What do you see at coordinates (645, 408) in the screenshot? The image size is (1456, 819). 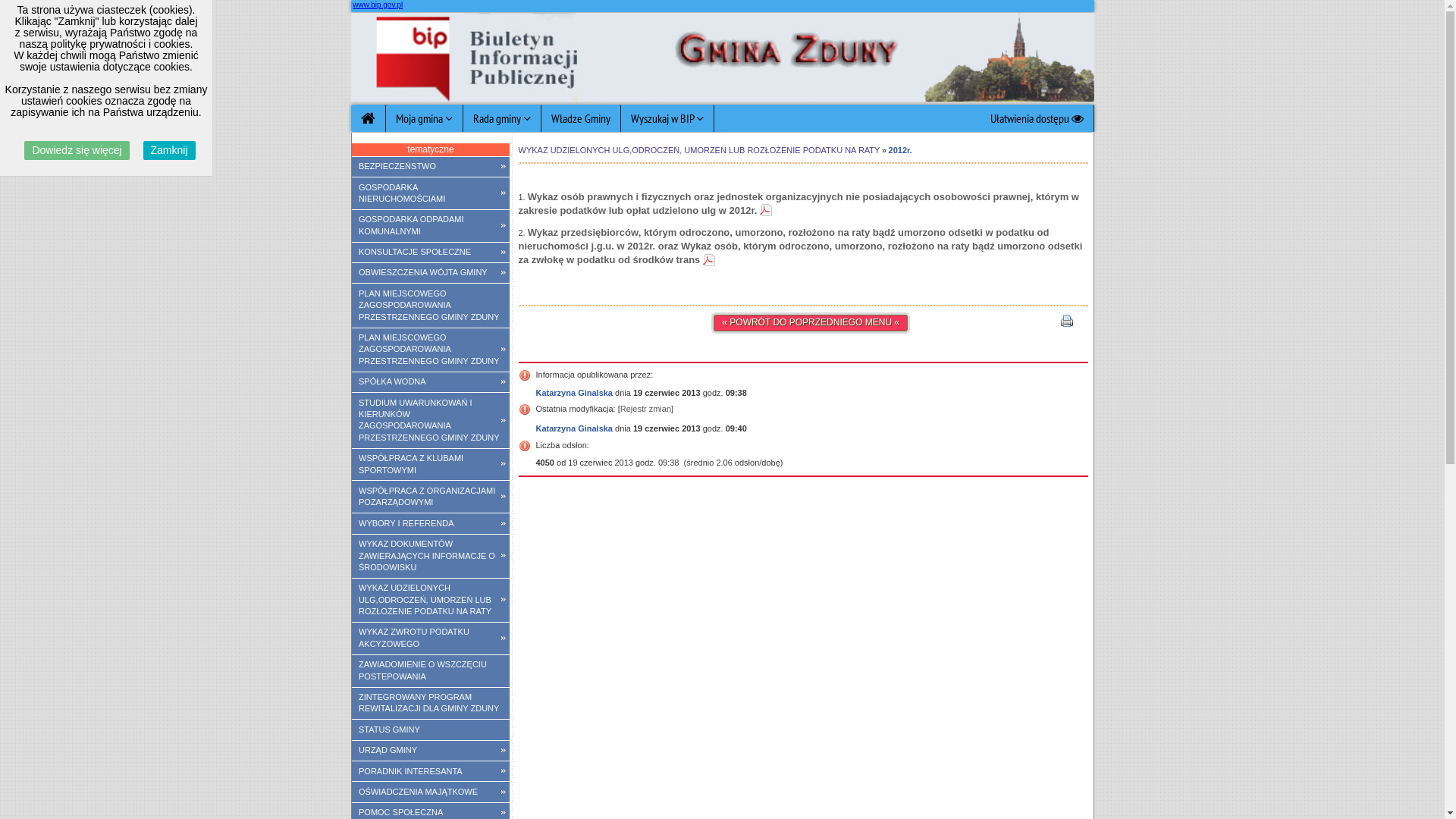 I see `'Rejestr zmian'` at bounding box center [645, 408].